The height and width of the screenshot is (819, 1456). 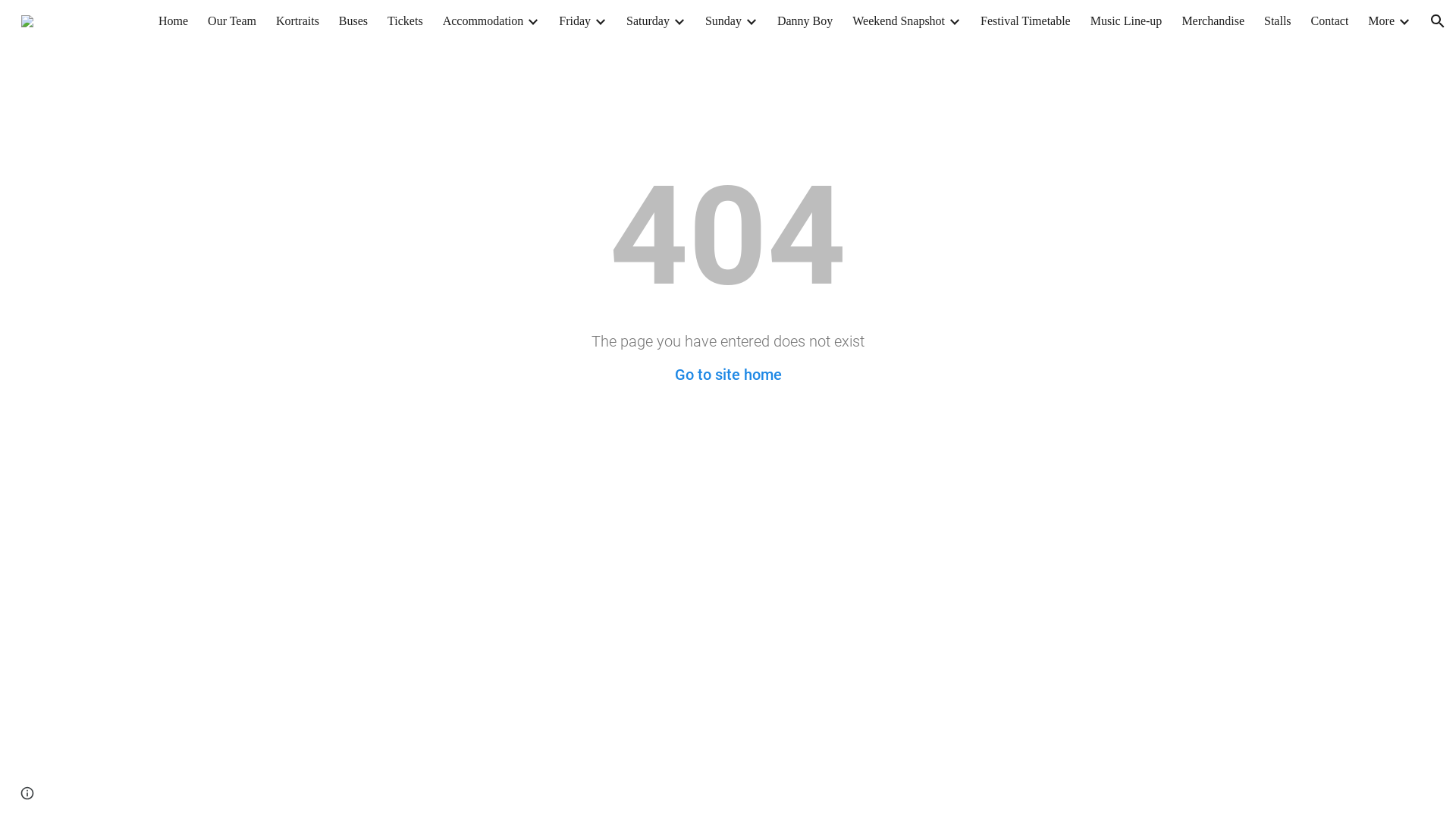 What do you see at coordinates (352, 20) in the screenshot?
I see `'Buses'` at bounding box center [352, 20].